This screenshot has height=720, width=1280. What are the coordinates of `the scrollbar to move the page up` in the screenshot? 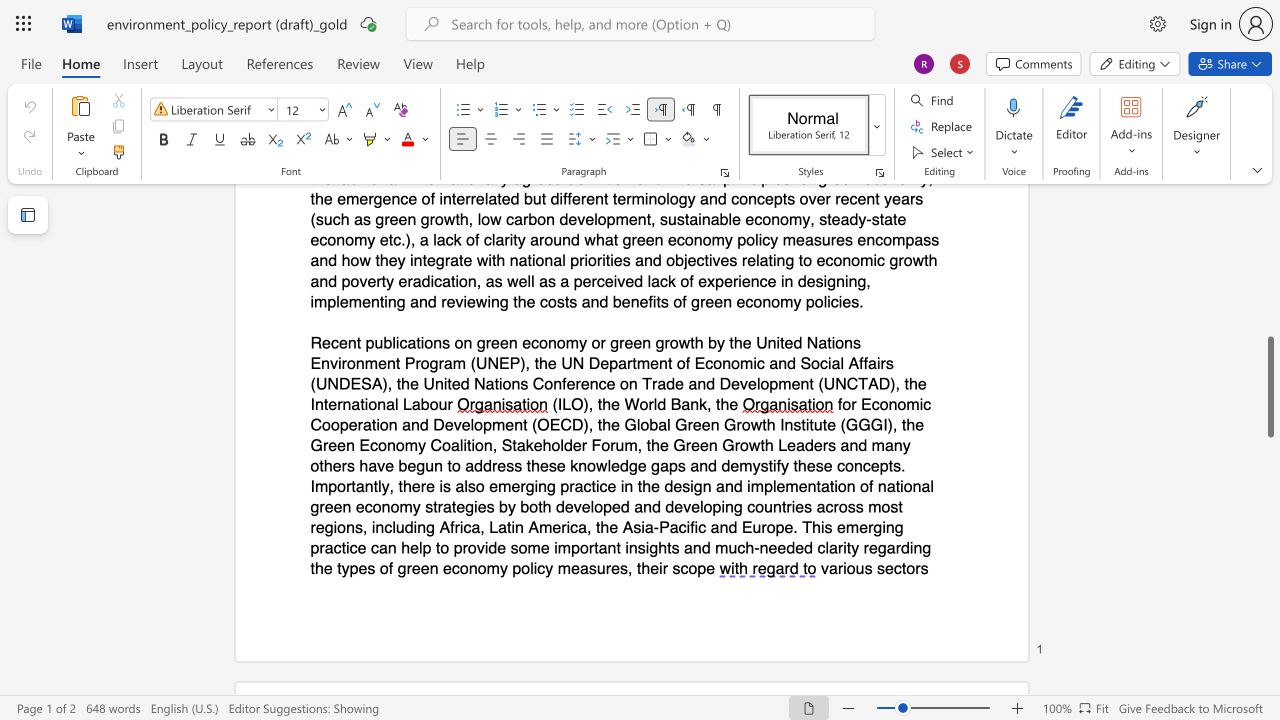 It's located at (1269, 270).